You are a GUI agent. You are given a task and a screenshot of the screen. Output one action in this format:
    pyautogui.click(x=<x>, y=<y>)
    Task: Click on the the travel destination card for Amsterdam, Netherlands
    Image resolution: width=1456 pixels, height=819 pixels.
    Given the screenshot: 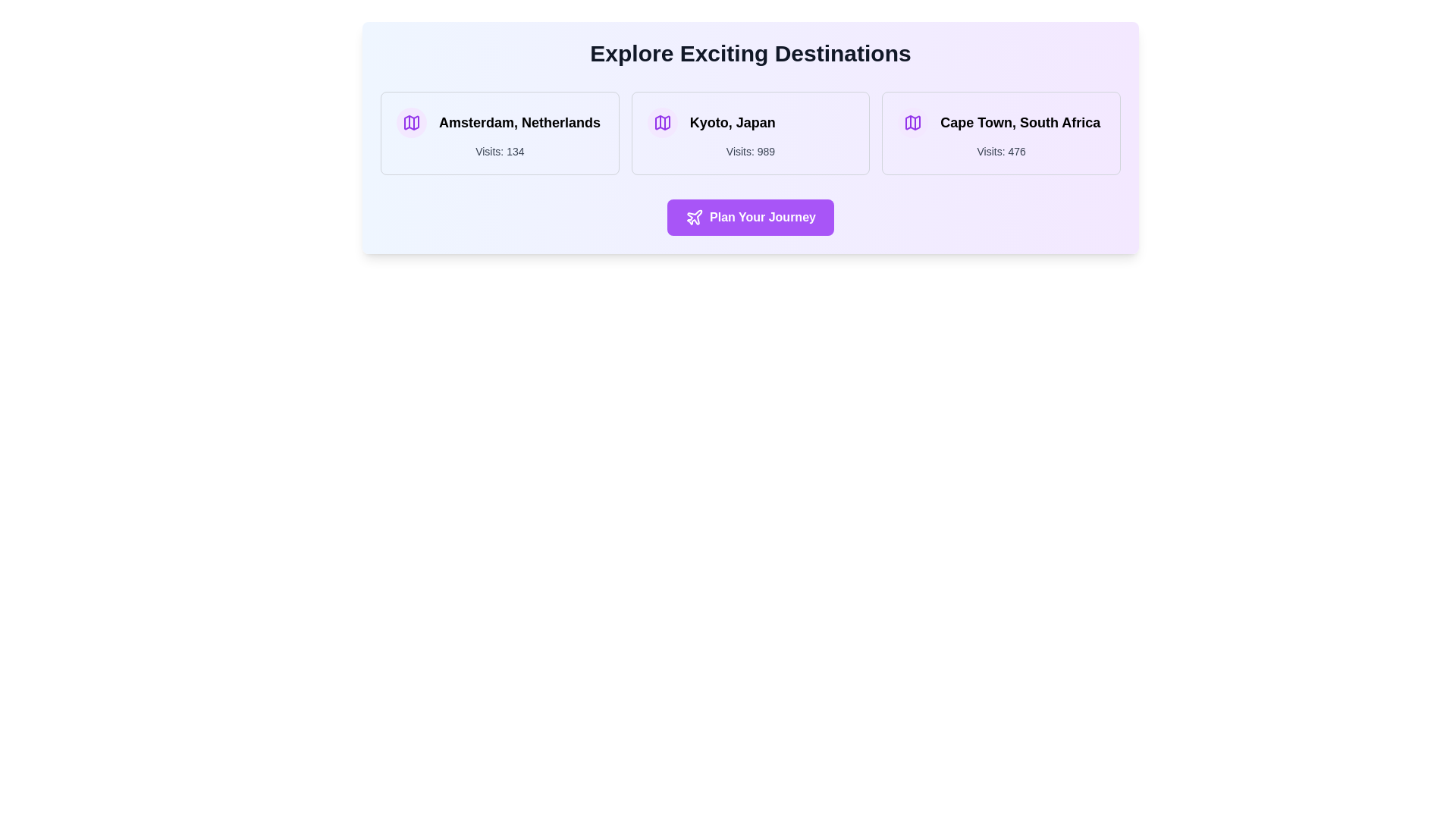 What is the action you would take?
    pyautogui.click(x=499, y=133)
    